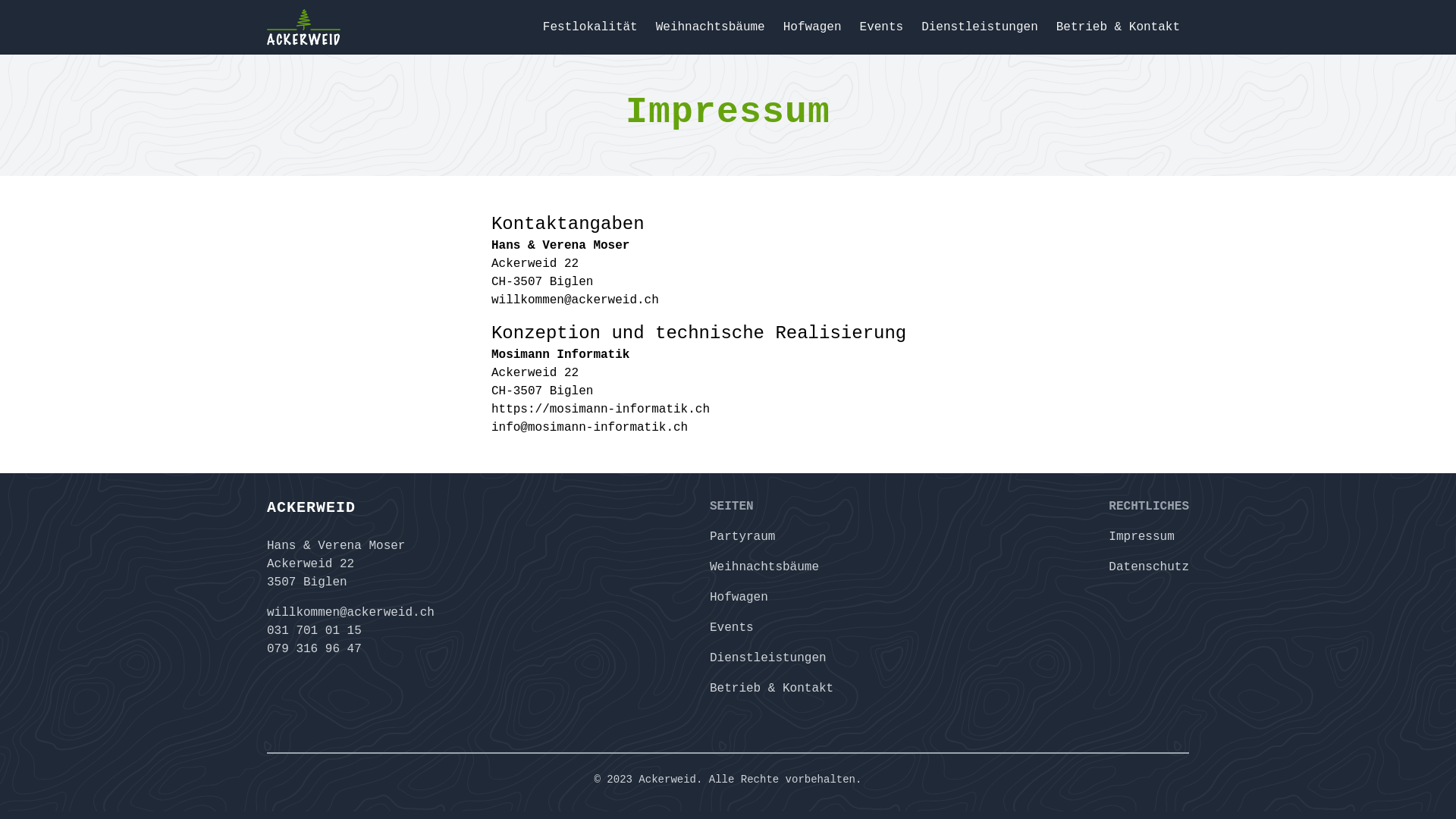 The height and width of the screenshot is (819, 1456). What do you see at coordinates (350, 508) in the screenshot?
I see `'ACKERWEID'` at bounding box center [350, 508].